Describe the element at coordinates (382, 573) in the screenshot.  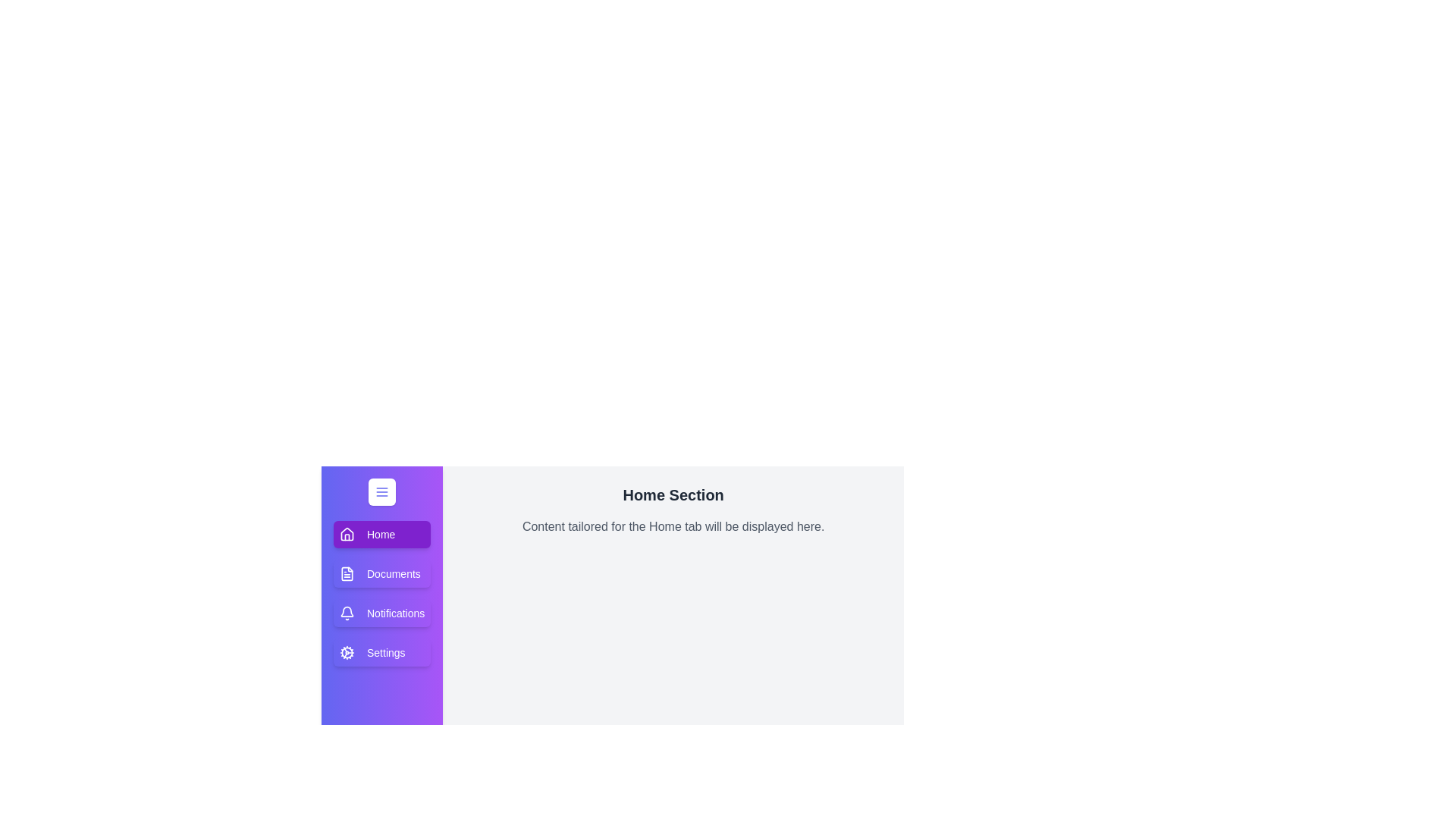
I see `the tab labeled Documents` at that location.